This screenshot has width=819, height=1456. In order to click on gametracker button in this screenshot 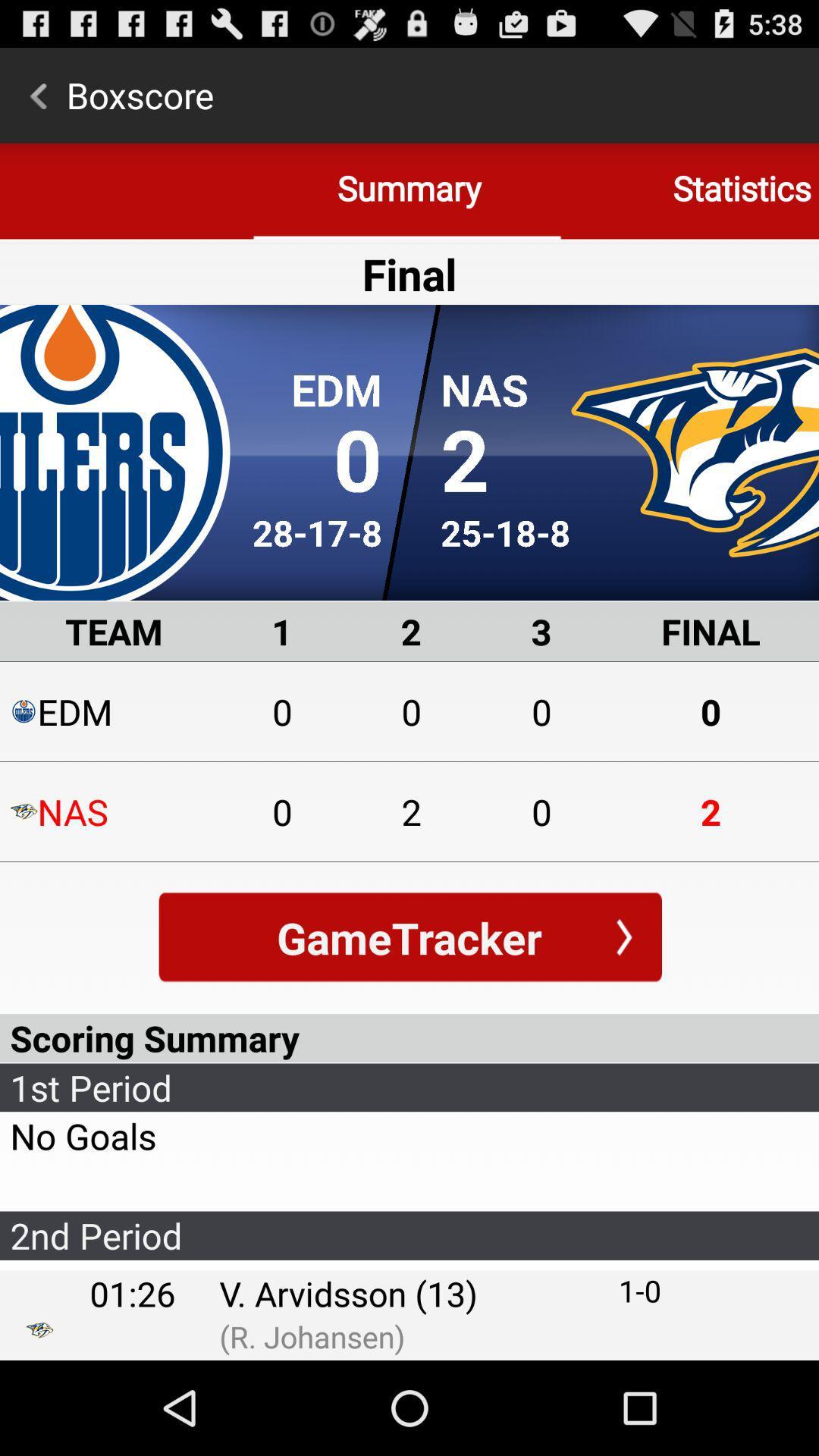, I will do `click(409, 937)`.